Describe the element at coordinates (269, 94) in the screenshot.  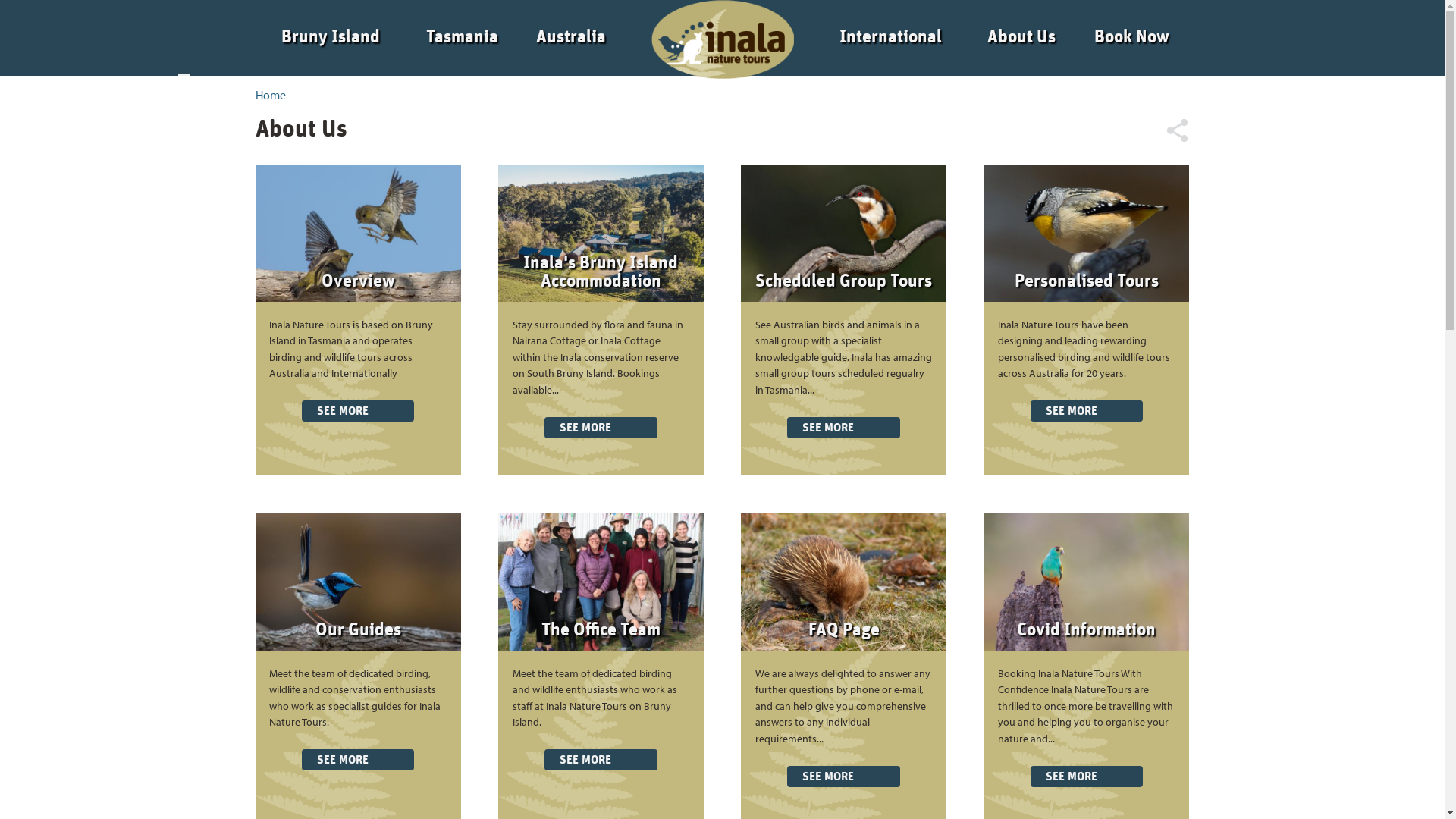
I see `'Home'` at that location.